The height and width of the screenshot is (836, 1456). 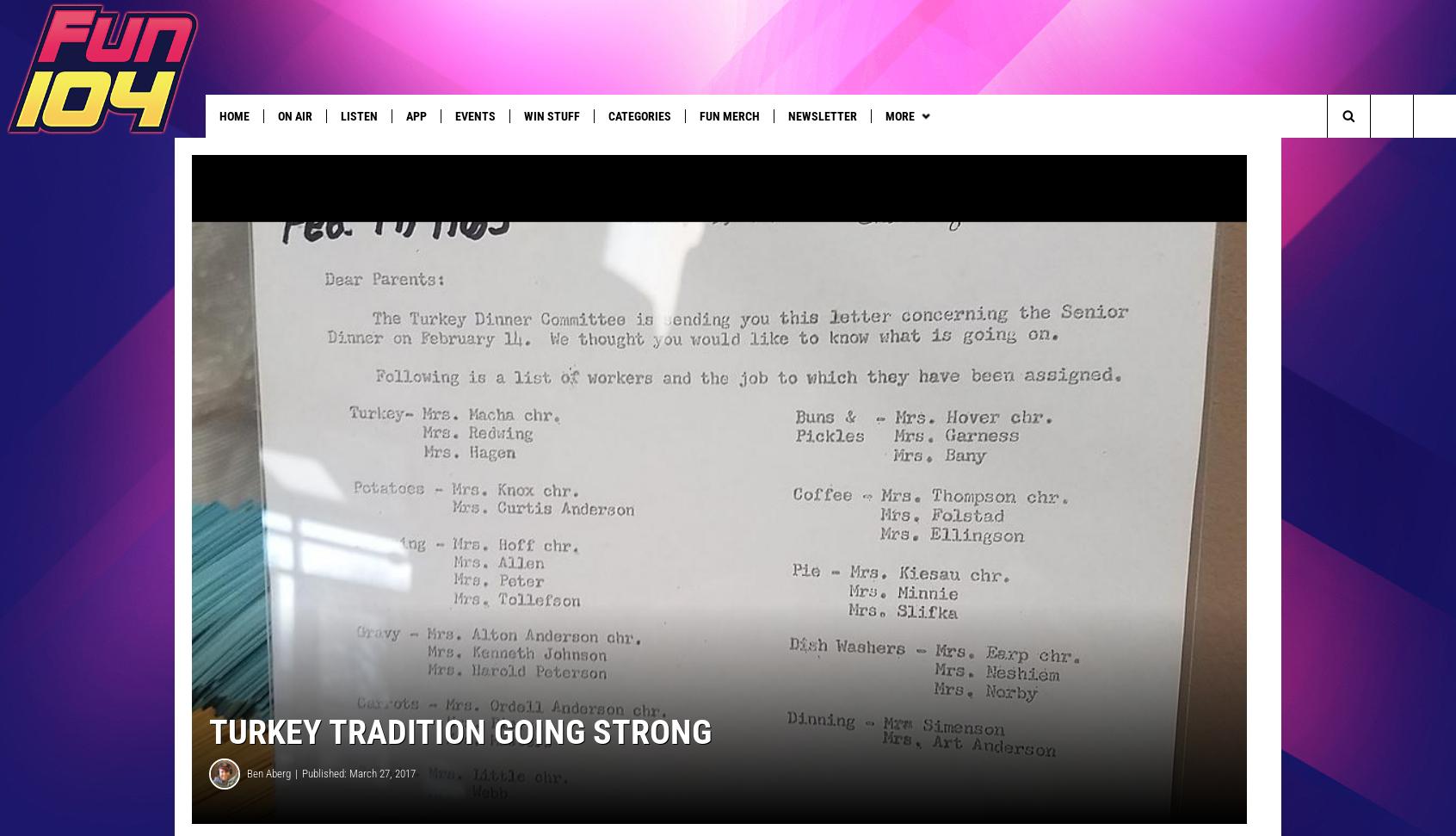 I want to click on 'Good News', so click(x=360, y=151).